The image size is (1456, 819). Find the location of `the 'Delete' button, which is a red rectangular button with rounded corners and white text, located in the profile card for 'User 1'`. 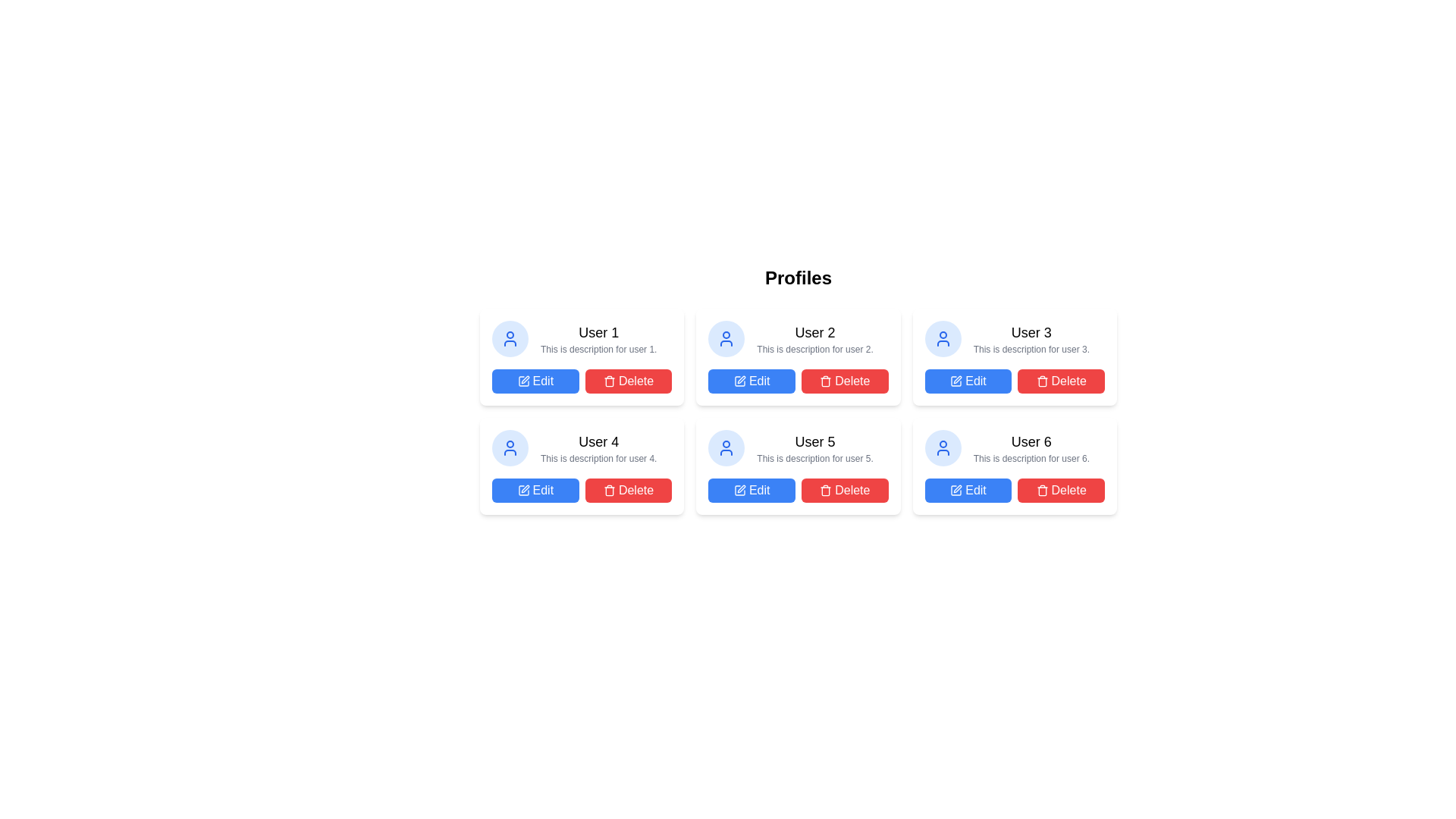

the 'Delete' button, which is a red rectangular button with rounded corners and white text, located in the profile card for 'User 1' is located at coordinates (629, 380).